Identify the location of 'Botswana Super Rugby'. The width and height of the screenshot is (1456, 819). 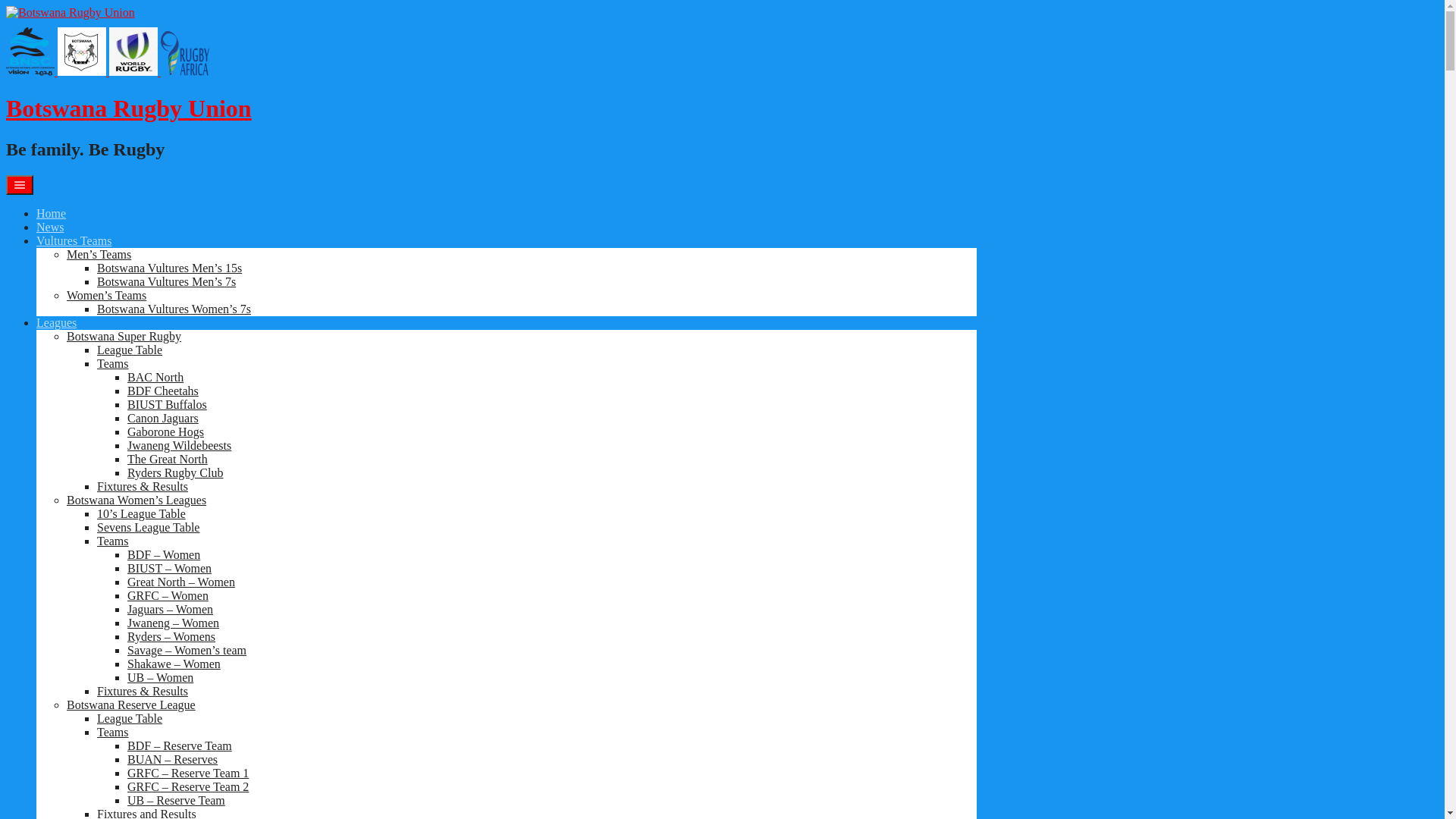
(124, 335).